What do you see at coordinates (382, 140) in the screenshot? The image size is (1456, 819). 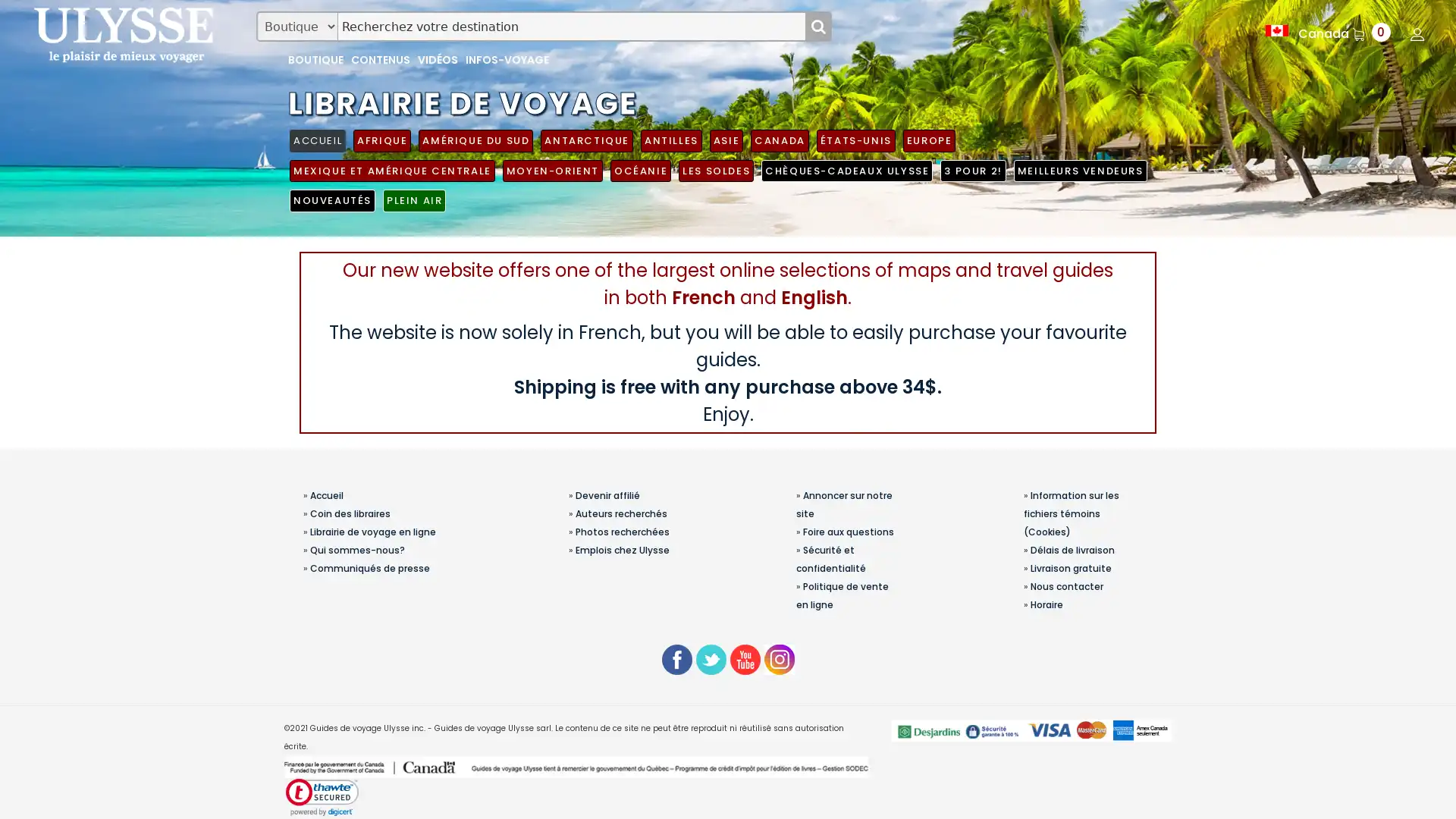 I see `AFRIQUE` at bounding box center [382, 140].